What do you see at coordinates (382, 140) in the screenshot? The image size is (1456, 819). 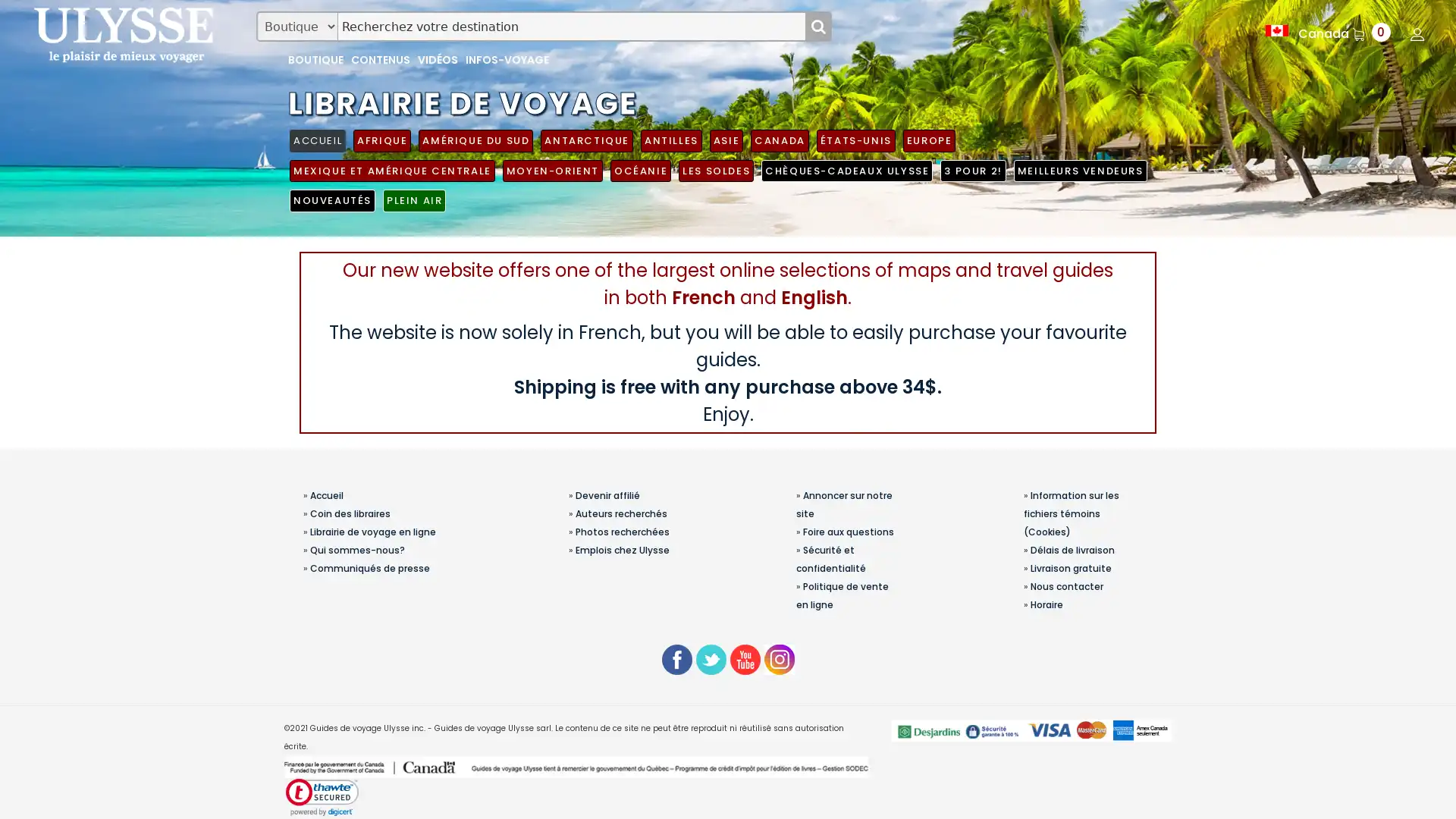 I see `AFRIQUE` at bounding box center [382, 140].